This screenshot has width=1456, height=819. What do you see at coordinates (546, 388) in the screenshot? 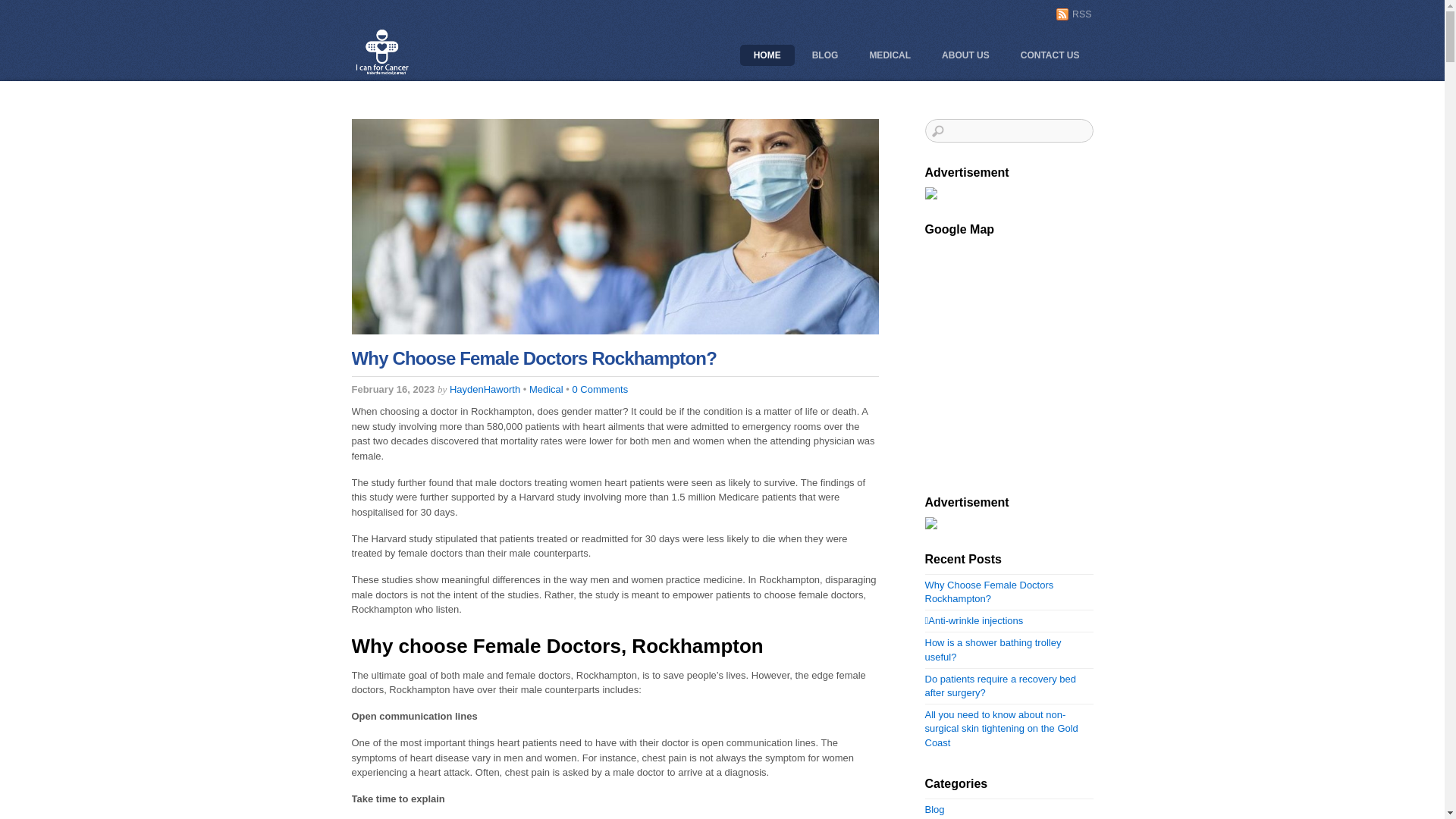
I see `'Medical'` at bounding box center [546, 388].